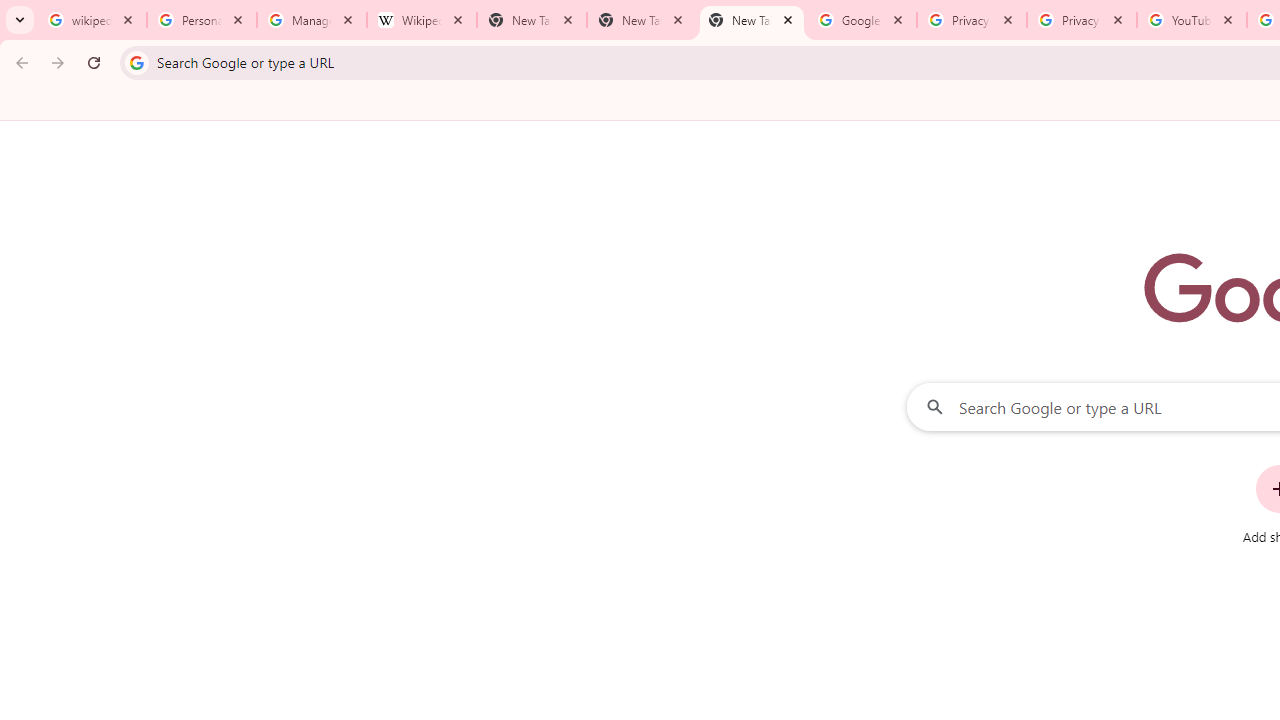 The image size is (1280, 720). What do you see at coordinates (202, 20) in the screenshot?
I see `'Personalization & Google Search results - Google Search Help'` at bounding box center [202, 20].